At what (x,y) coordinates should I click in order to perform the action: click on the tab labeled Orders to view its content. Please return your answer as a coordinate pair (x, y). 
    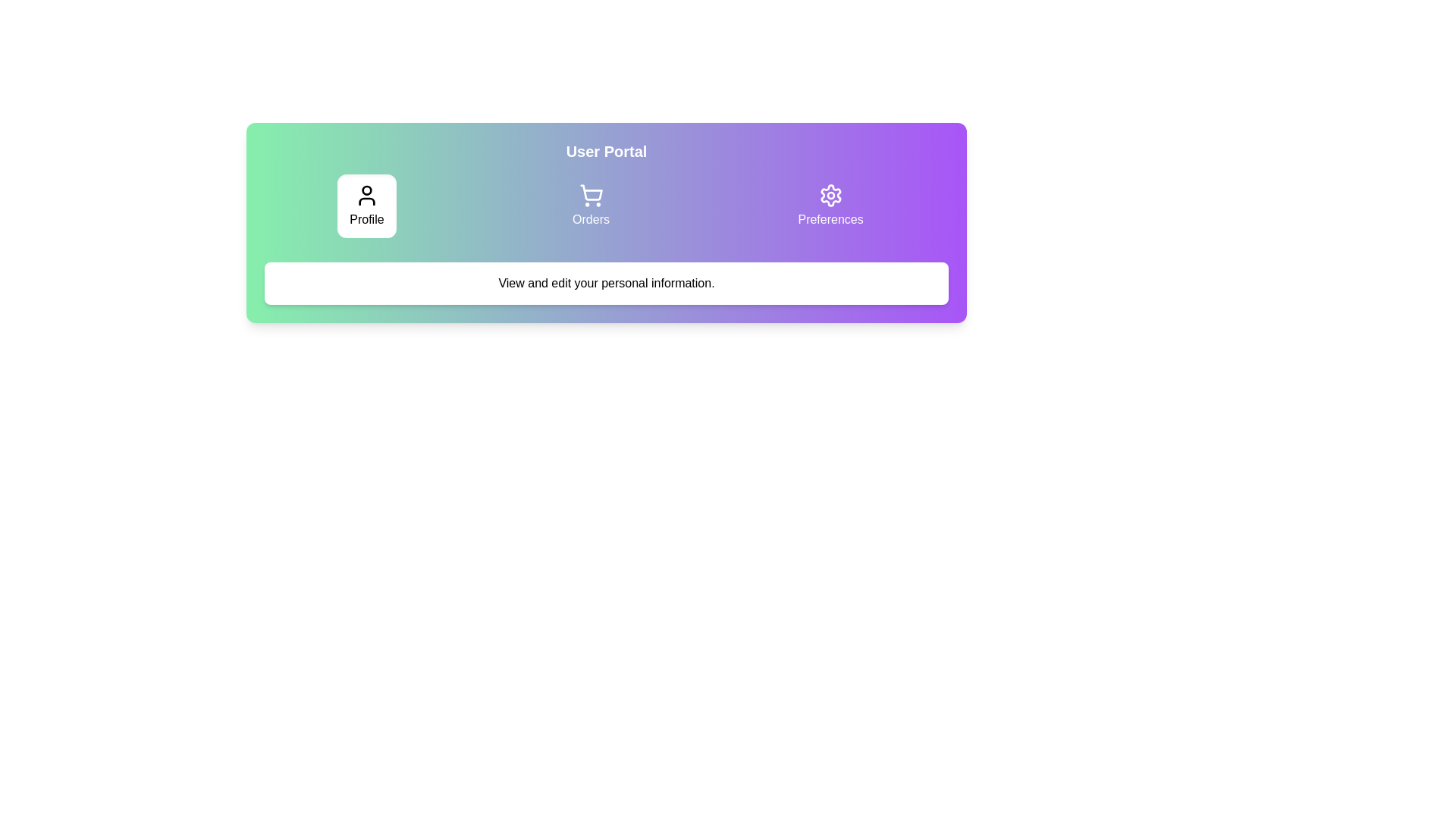
    Looking at the image, I should click on (590, 206).